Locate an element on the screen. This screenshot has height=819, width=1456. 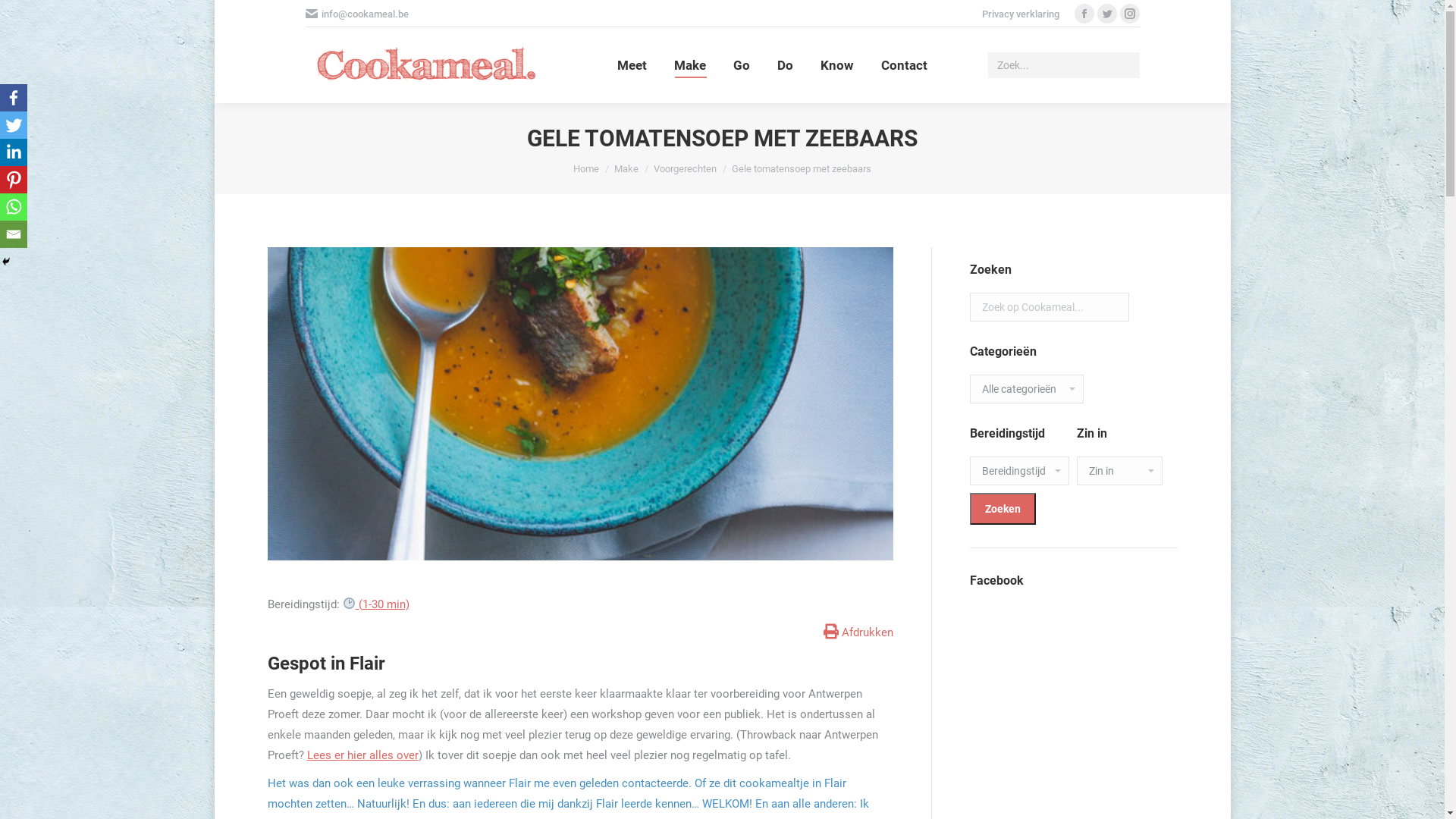
'Facebook page opens in new window' is located at coordinates (1083, 14).